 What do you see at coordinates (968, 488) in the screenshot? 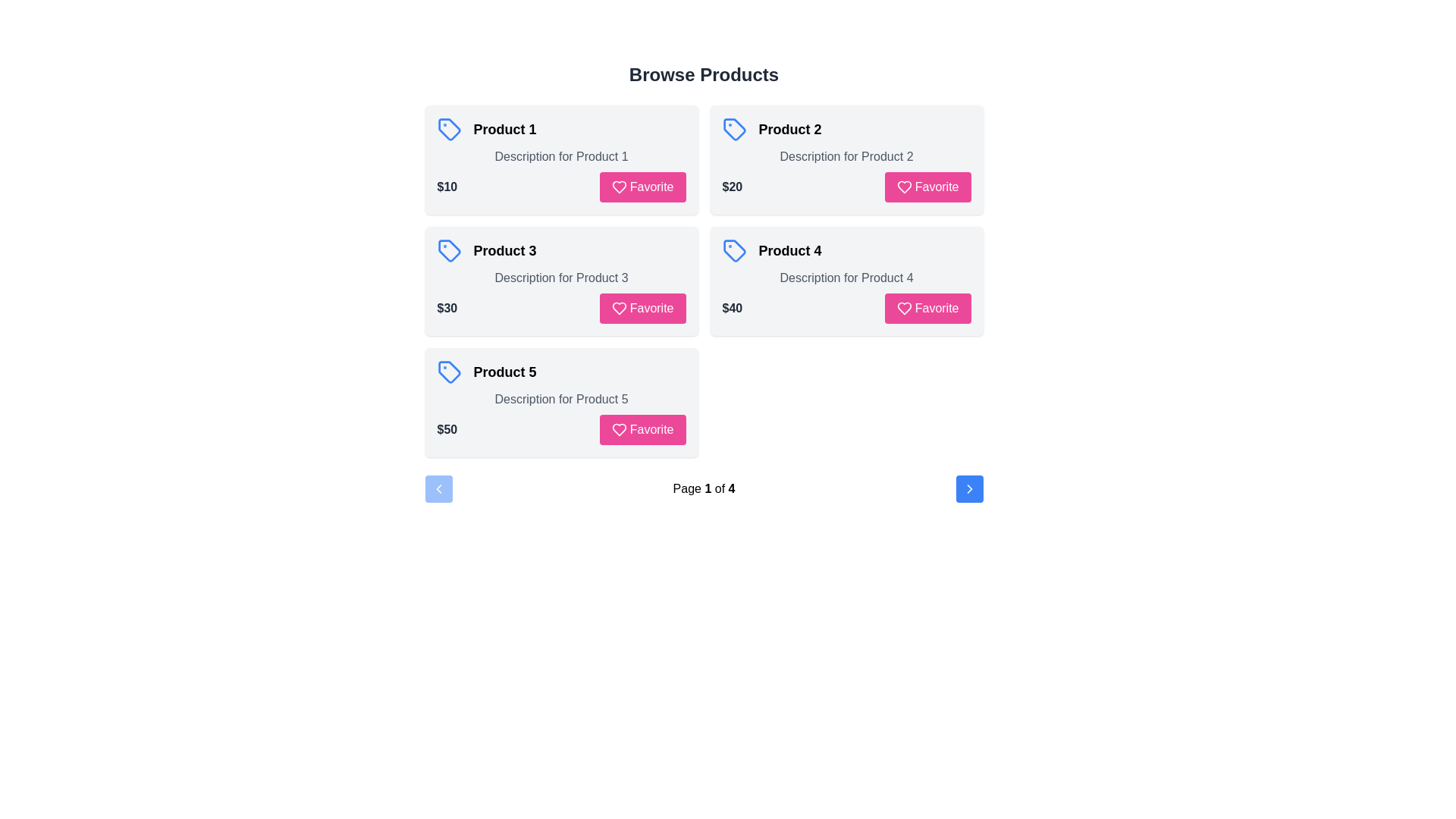
I see `the pagination button located at the bottom-right of the interface` at bounding box center [968, 488].